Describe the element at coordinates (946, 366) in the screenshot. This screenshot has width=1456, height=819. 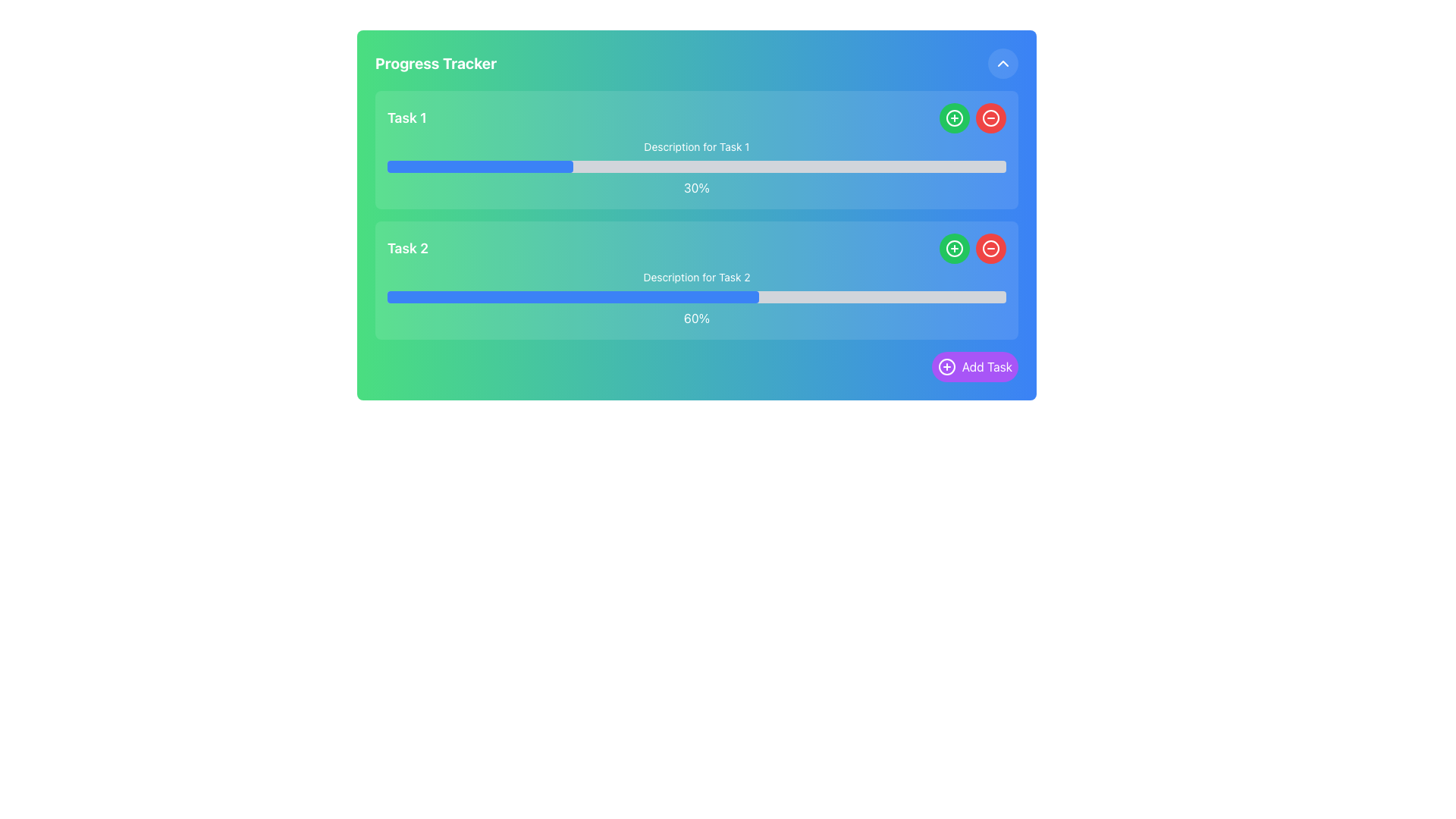
I see `the circular icon with a plus sign inside the 'Add Task' button located at the bottom-right corner` at that location.